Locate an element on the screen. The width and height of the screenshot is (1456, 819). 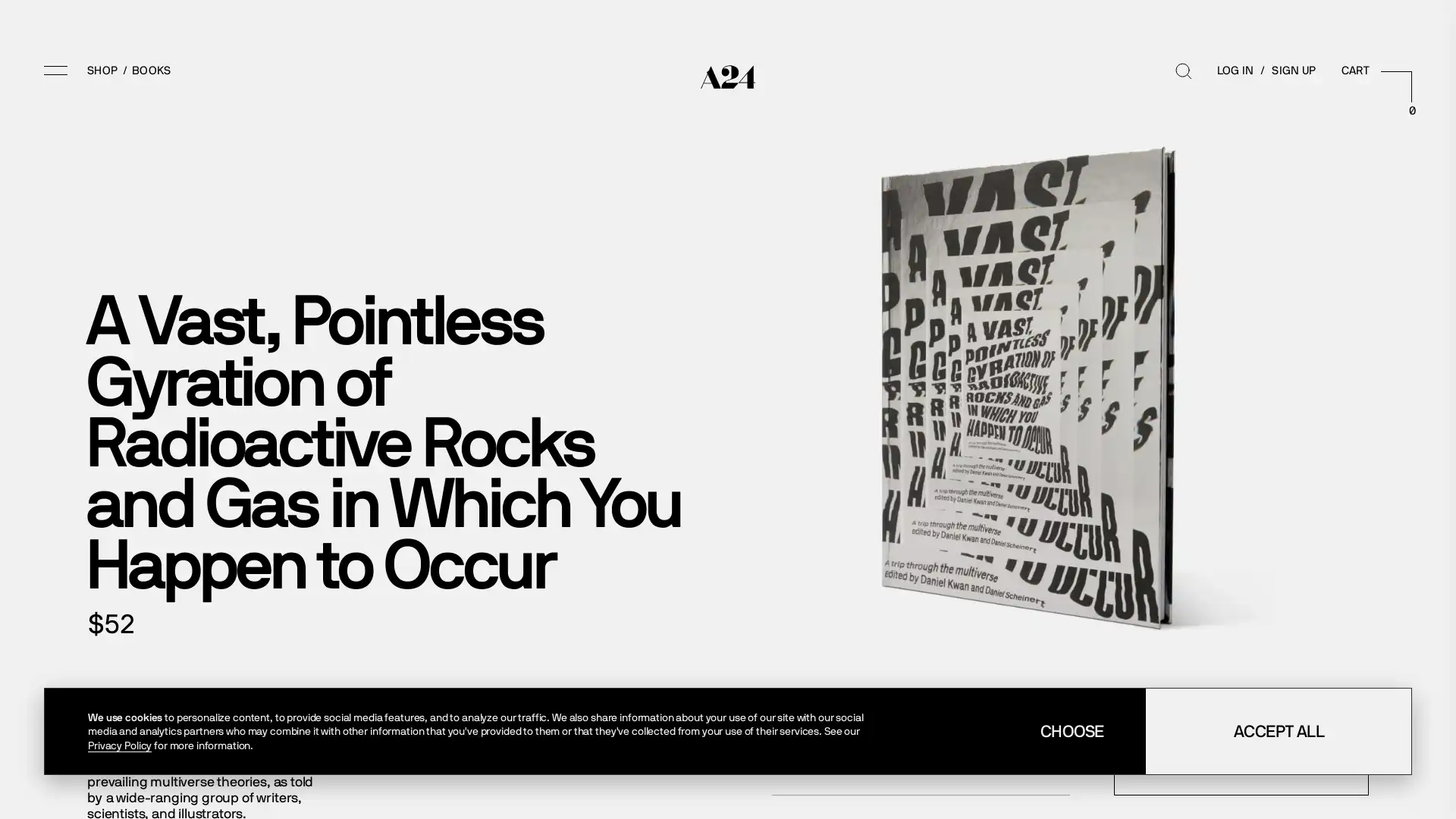
ACCEPT ALL is located at coordinates (1277, 730).